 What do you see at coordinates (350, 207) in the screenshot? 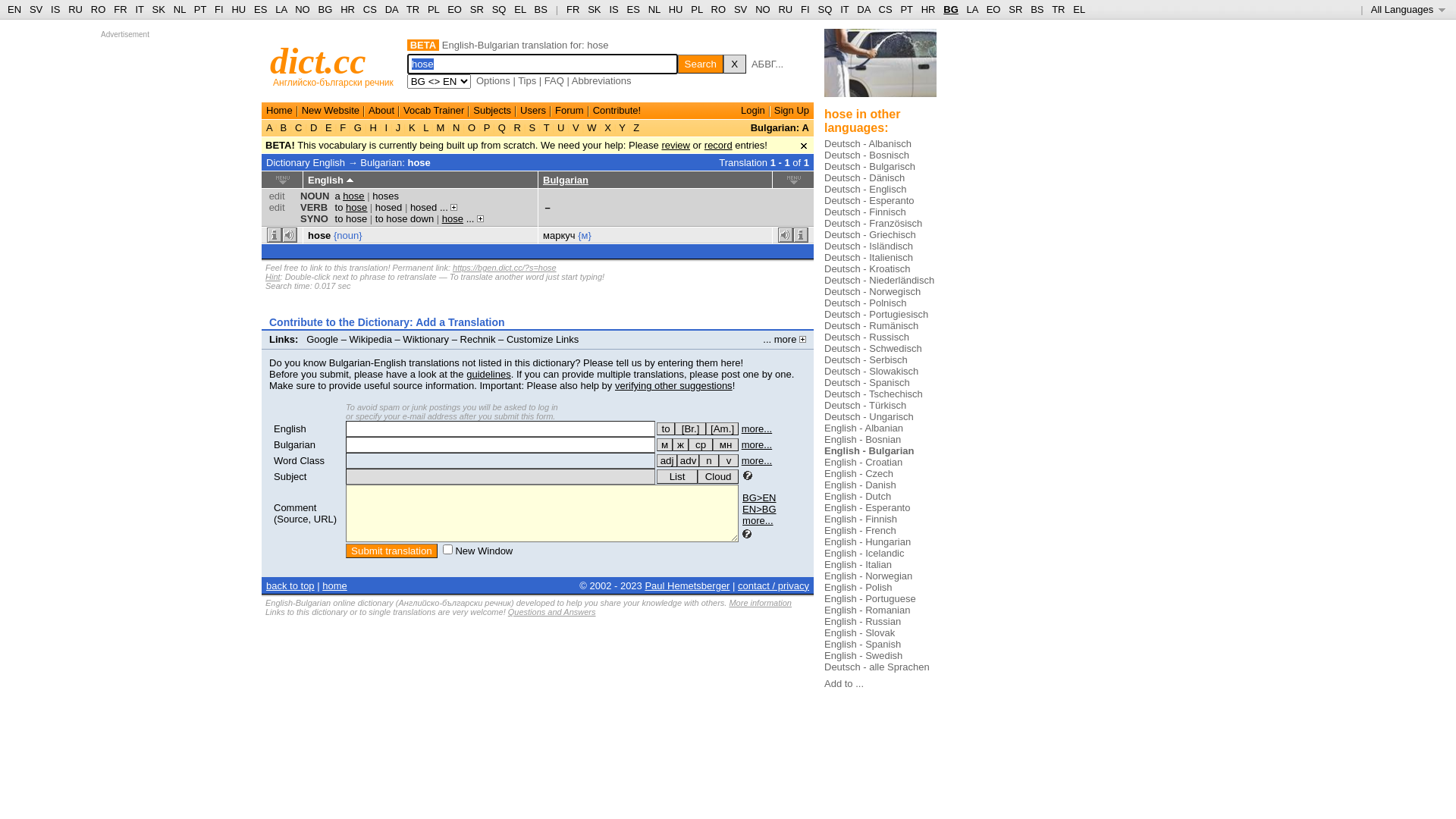
I see `'to hose'` at bounding box center [350, 207].